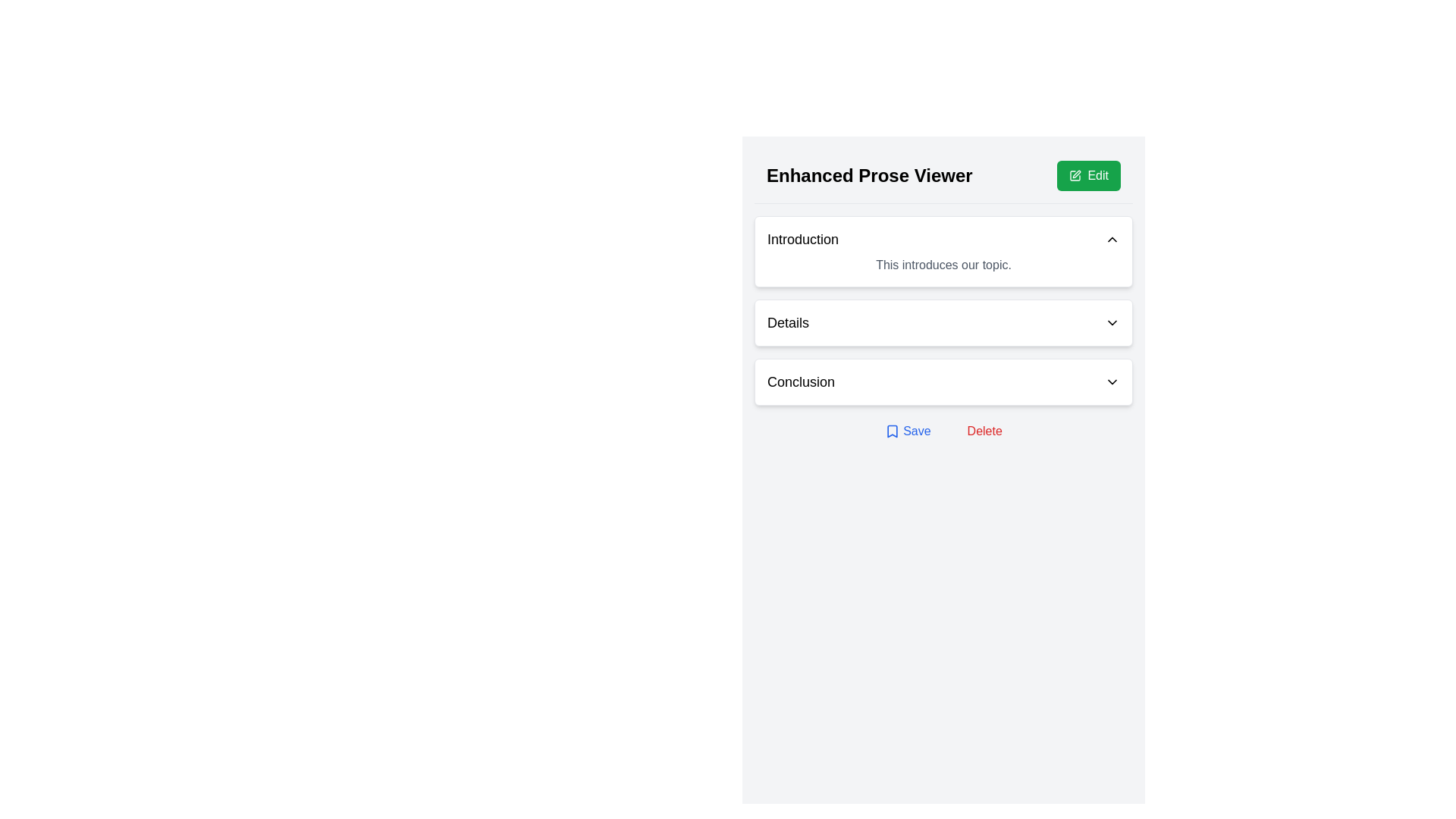  I want to click on the delete button located at the bottom right of the visible card interface, so click(984, 431).